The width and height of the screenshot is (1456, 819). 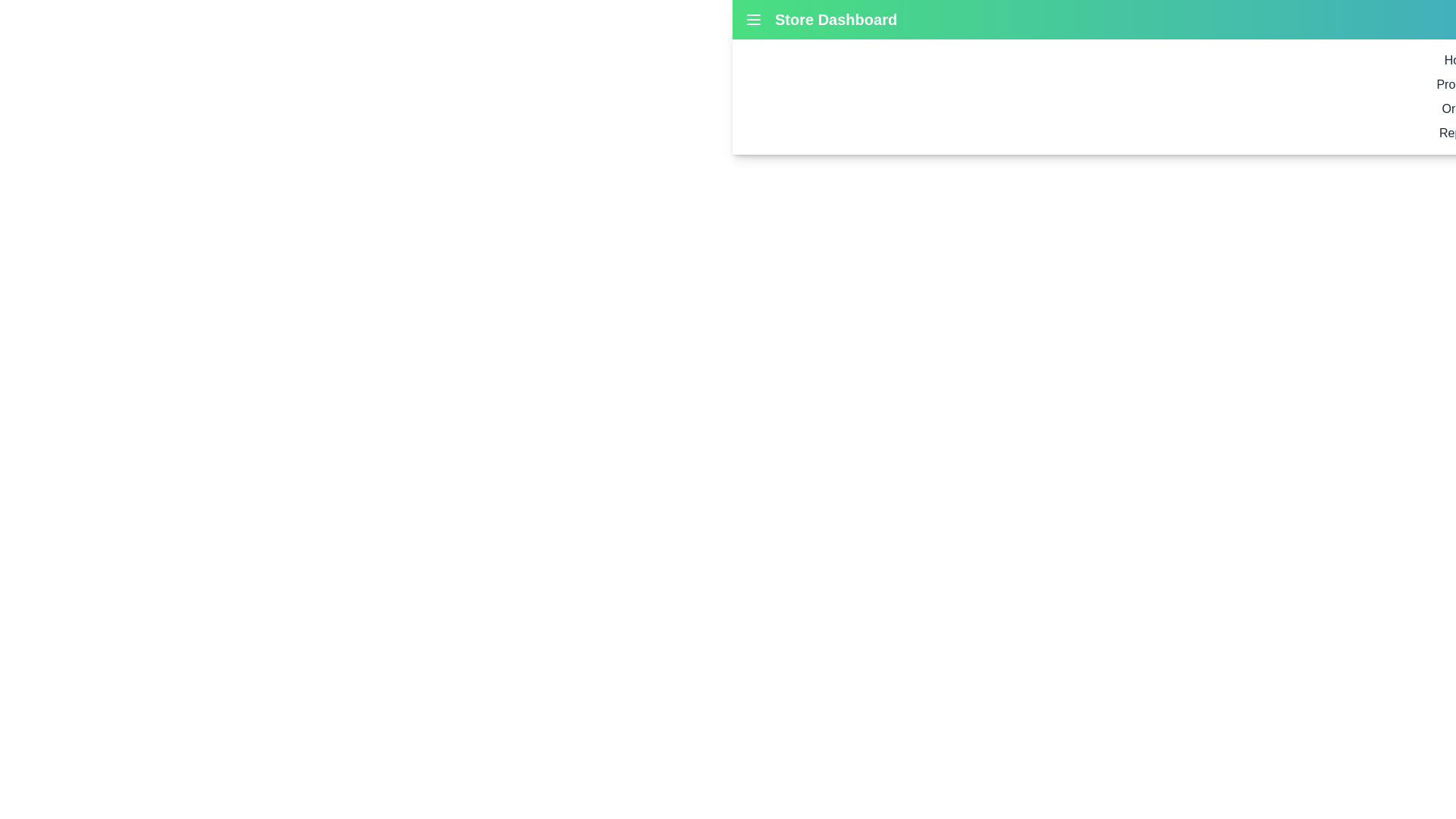 I want to click on the menu icon located at the far left of the header, preceding the 'Store Dashboard' text, so click(x=753, y=20).